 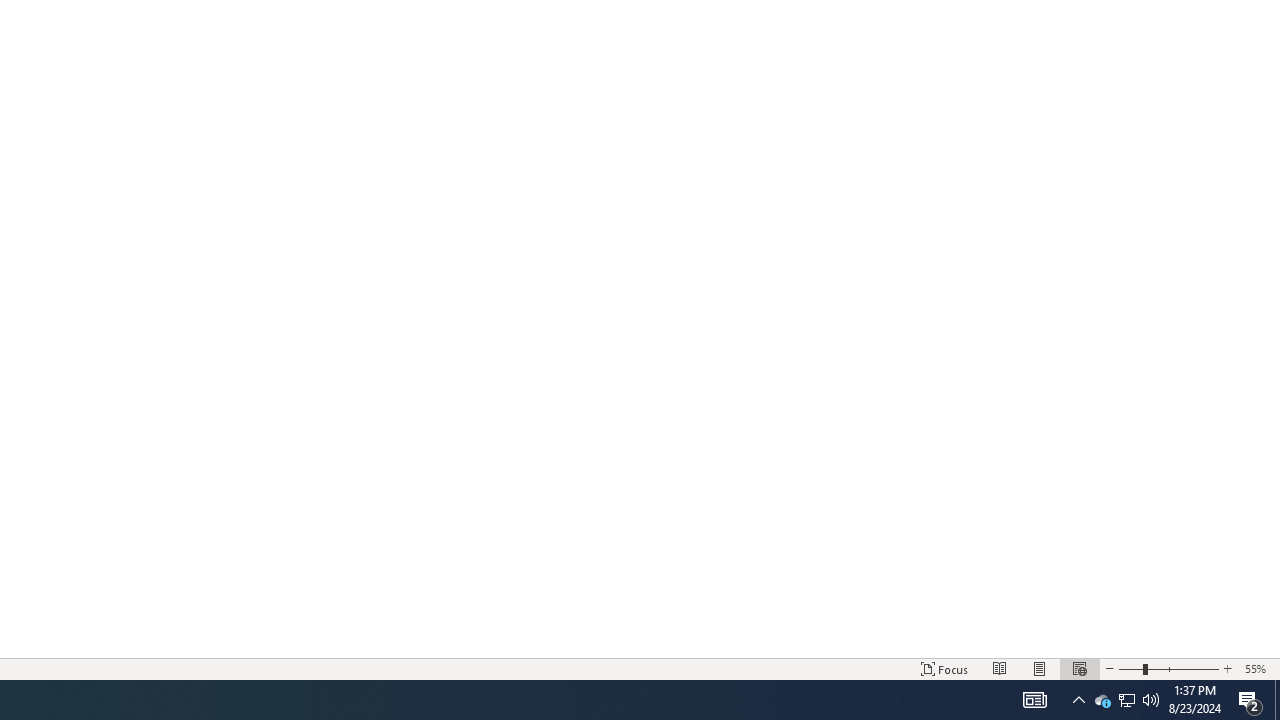 I want to click on 'Print Layout', so click(x=1040, y=669).